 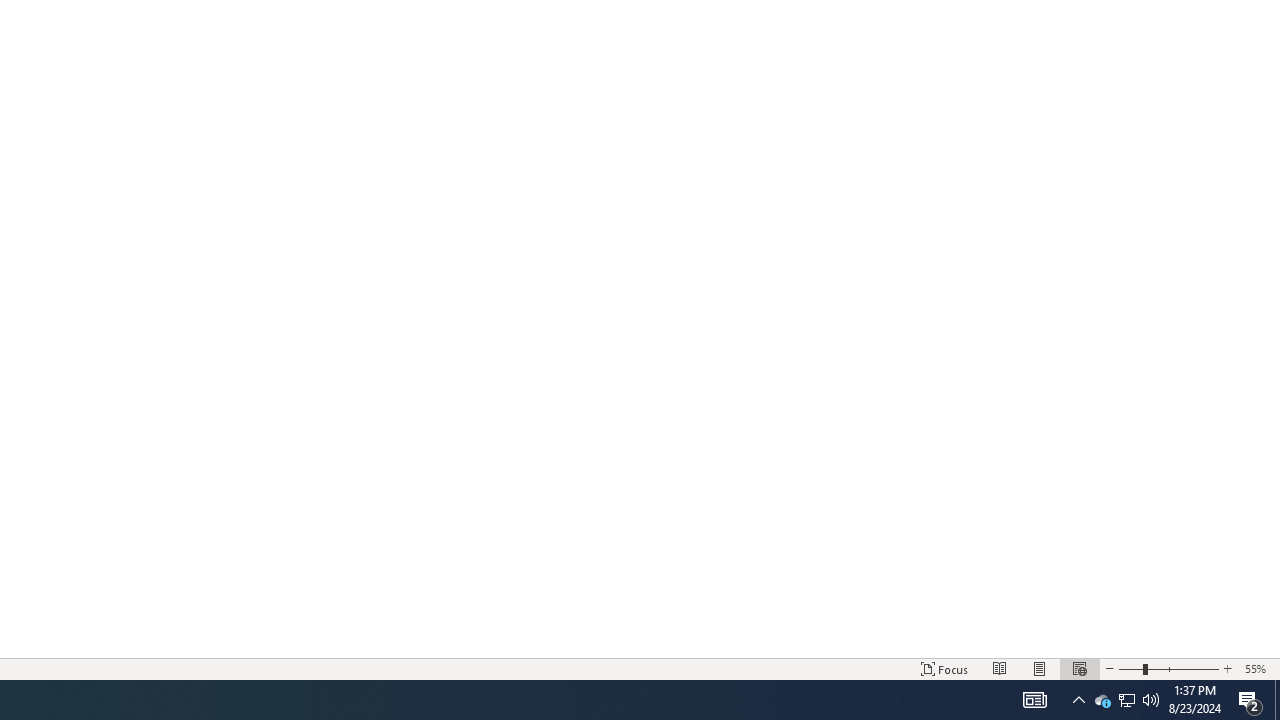 I want to click on 'Print Layout', so click(x=1040, y=669).